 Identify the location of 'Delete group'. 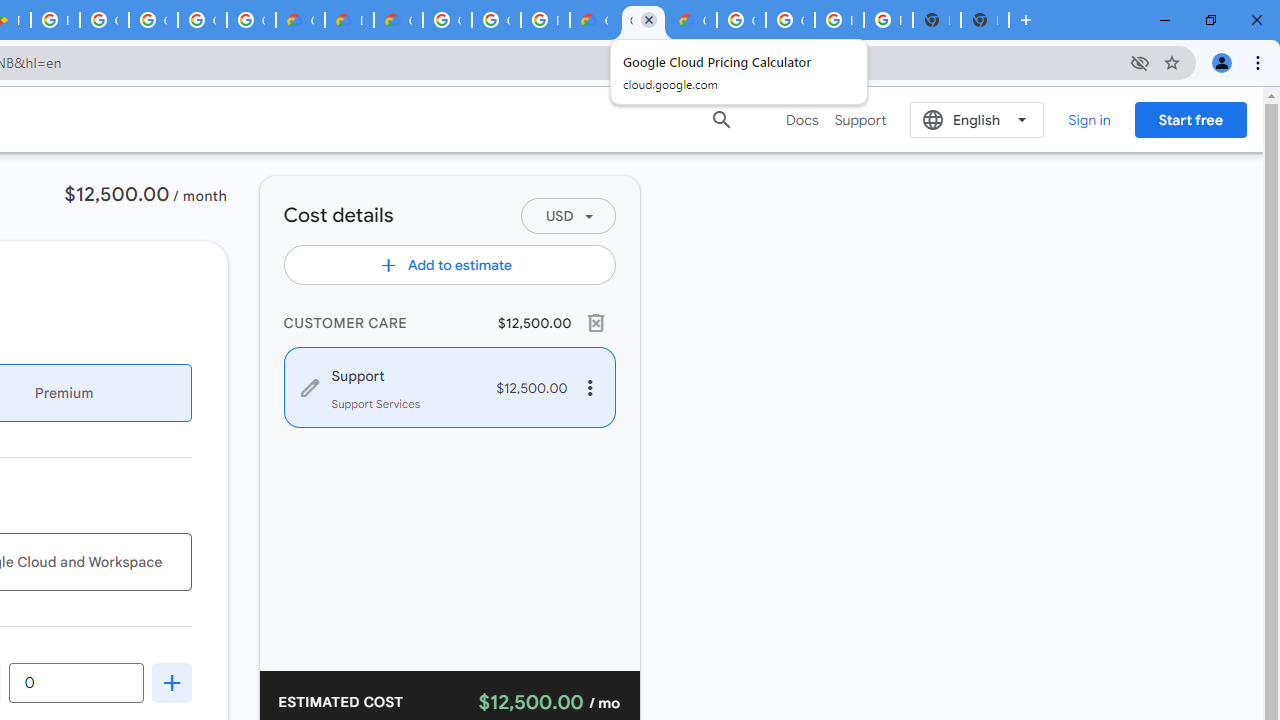
(594, 321).